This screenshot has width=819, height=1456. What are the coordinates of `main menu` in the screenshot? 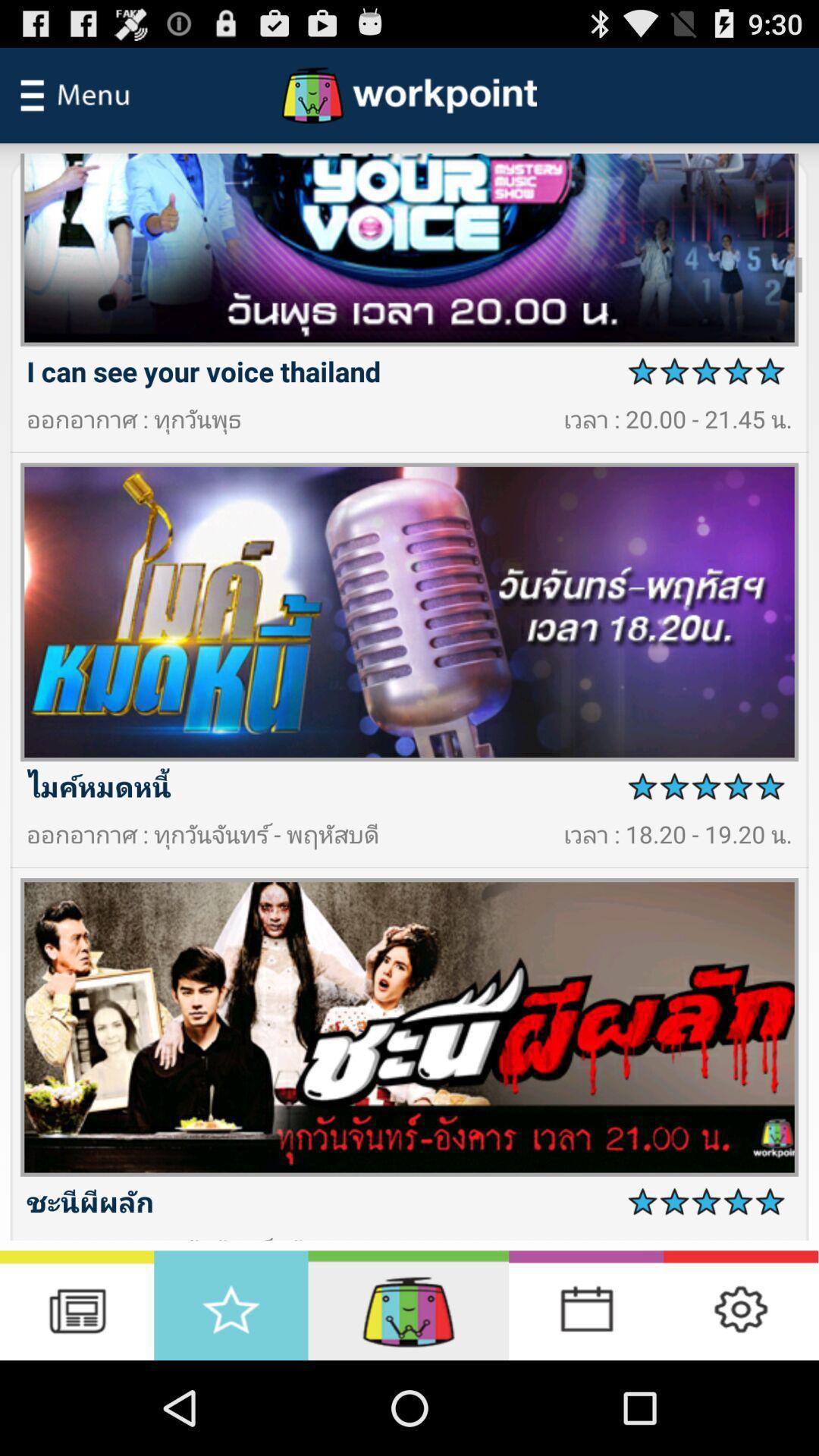 It's located at (75, 94).